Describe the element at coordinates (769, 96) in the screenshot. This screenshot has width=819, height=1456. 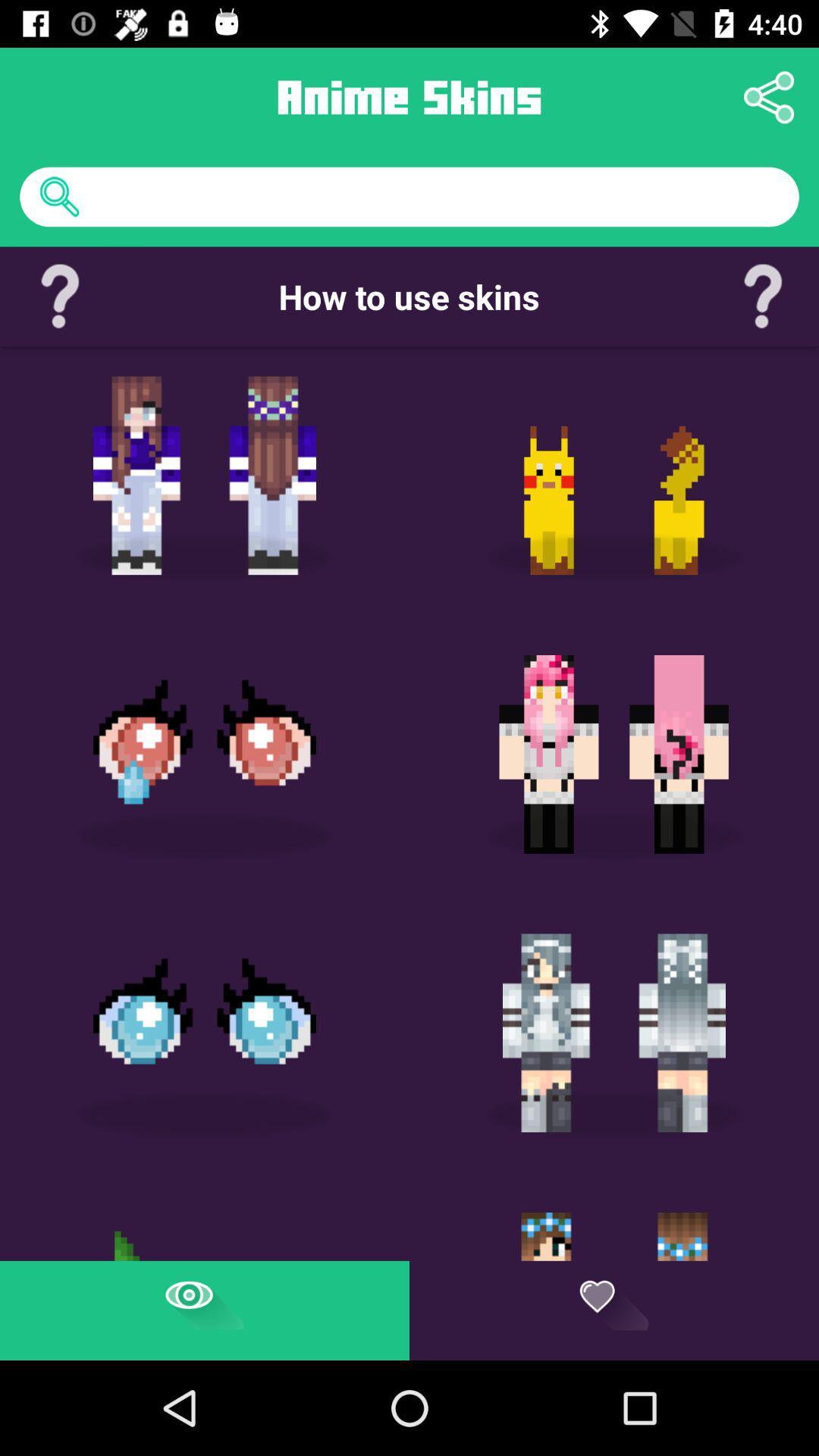
I see `the share icon` at that location.